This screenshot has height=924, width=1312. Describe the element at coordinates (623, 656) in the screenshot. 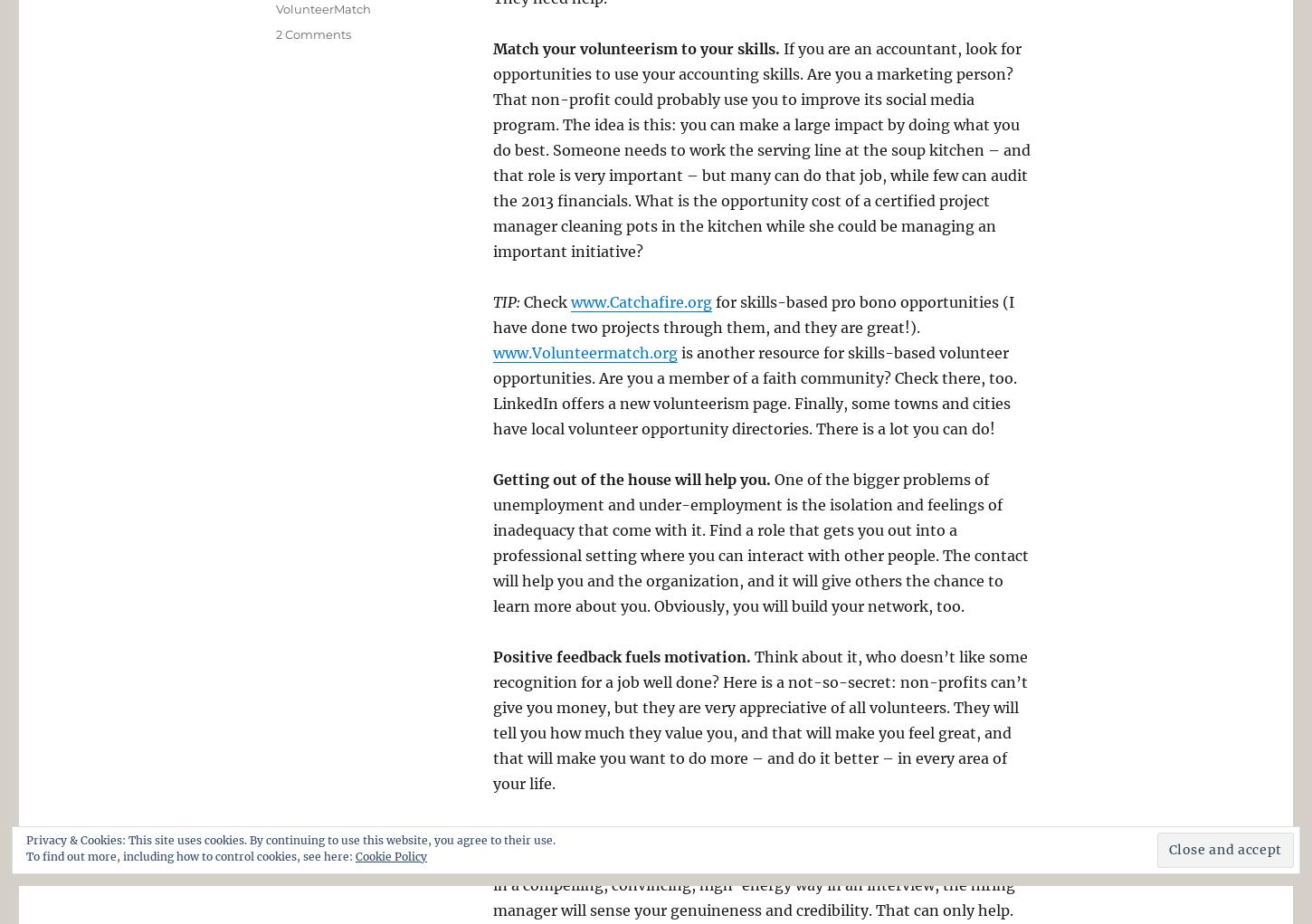

I see `'Positive feedback fuels motivation.'` at that location.